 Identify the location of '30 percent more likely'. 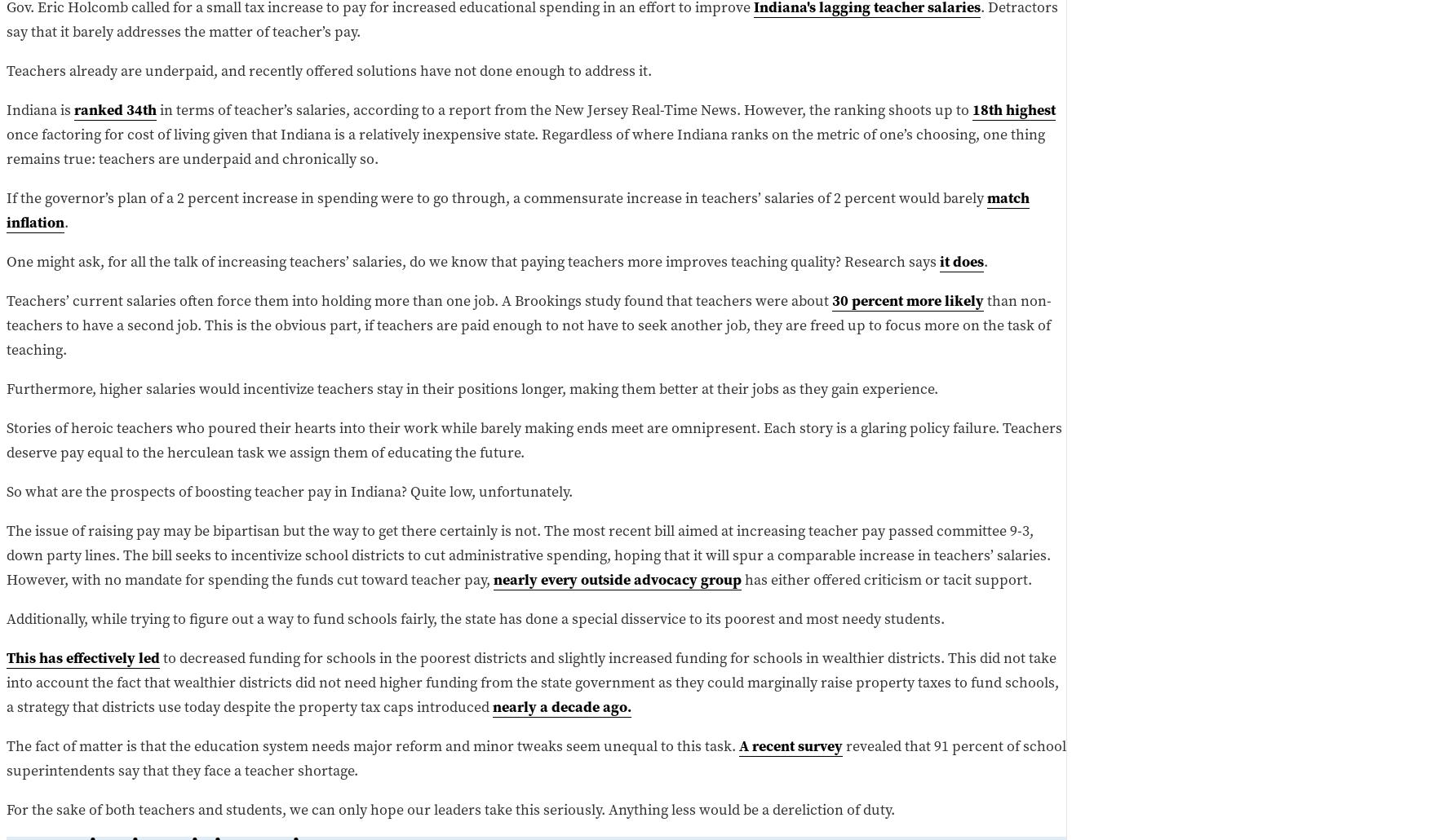
(907, 299).